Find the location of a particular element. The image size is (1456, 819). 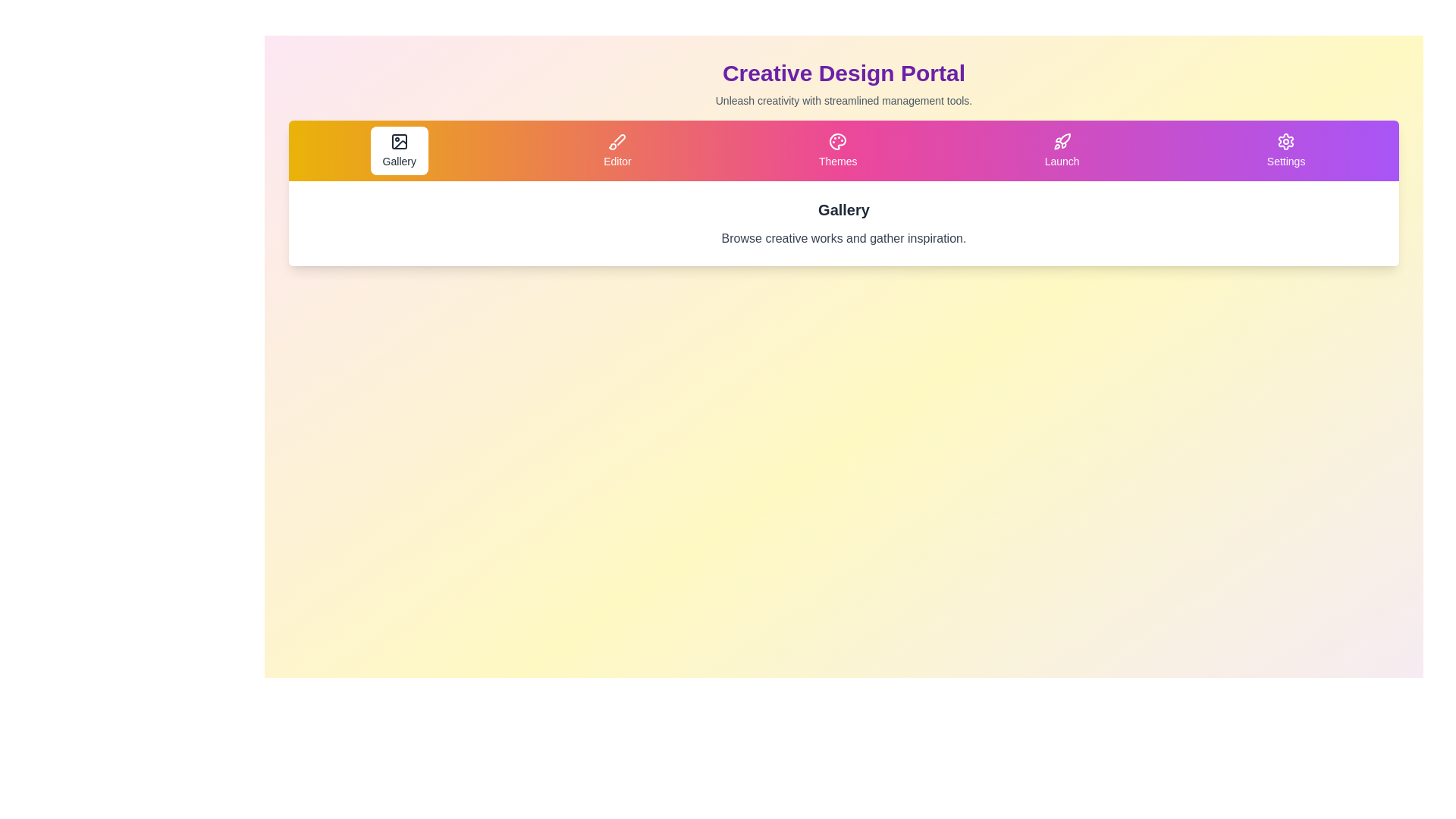

the static text heading at the top center of the interface, which serves as the main branding identifier for the application is located at coordinates (843, 73).